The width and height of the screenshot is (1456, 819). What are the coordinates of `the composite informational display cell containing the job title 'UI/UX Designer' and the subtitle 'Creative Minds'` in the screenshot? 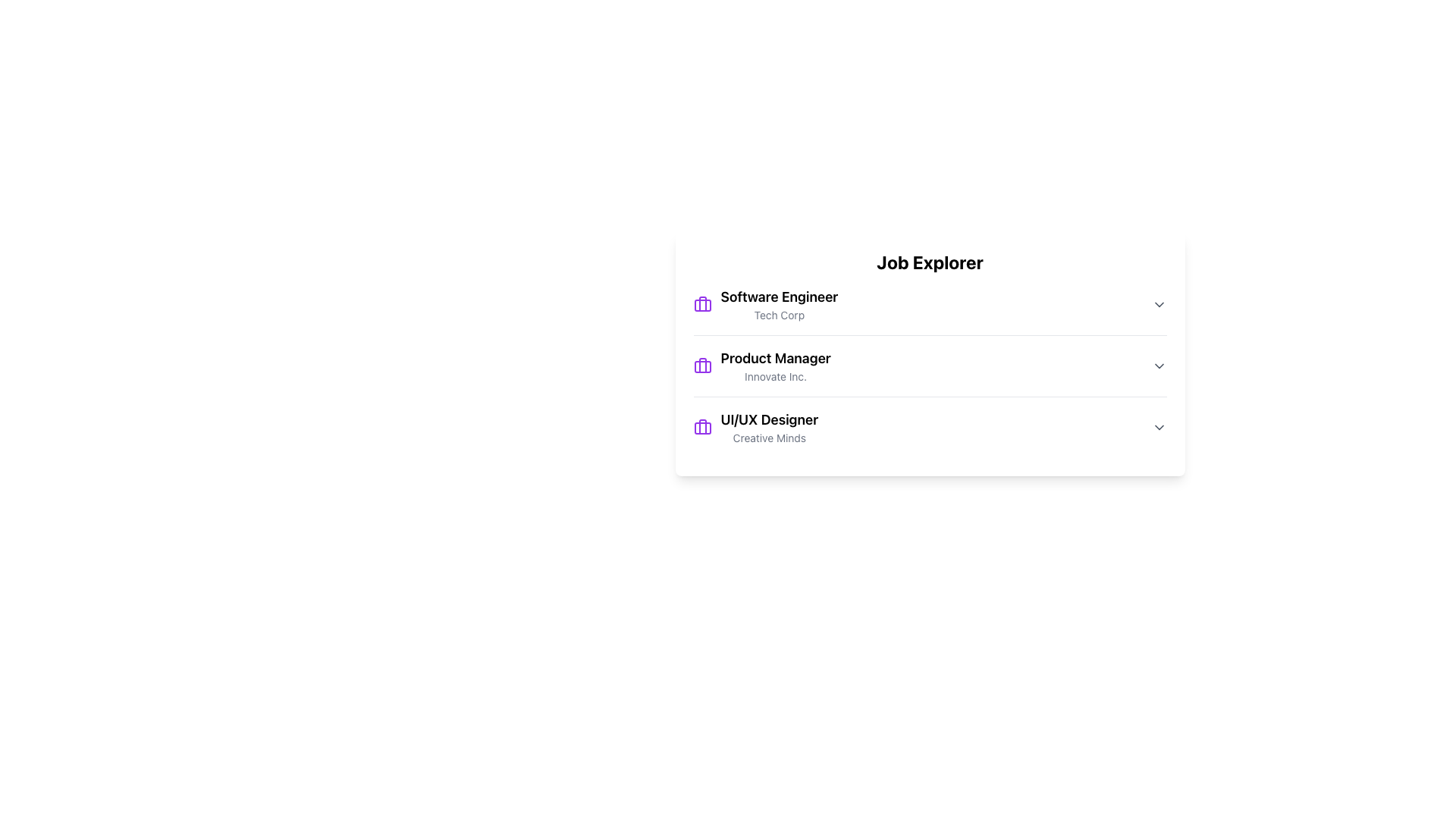 It's located at (755, 427).